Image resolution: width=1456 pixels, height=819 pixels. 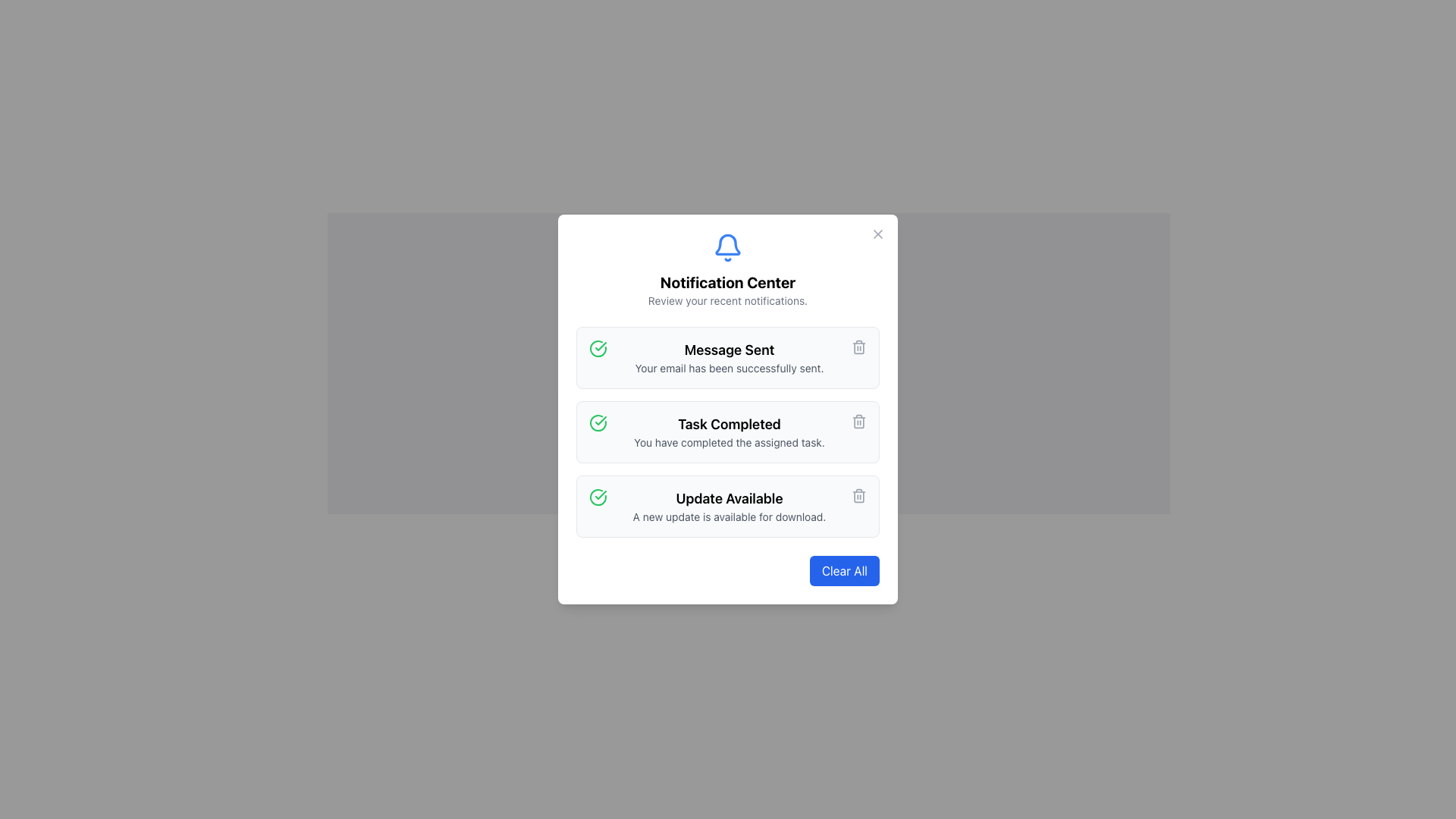 I want to click on the first notification card that indicates an email has been successfully sent, located at the top of the notification card list, so click(x=729, y=357).